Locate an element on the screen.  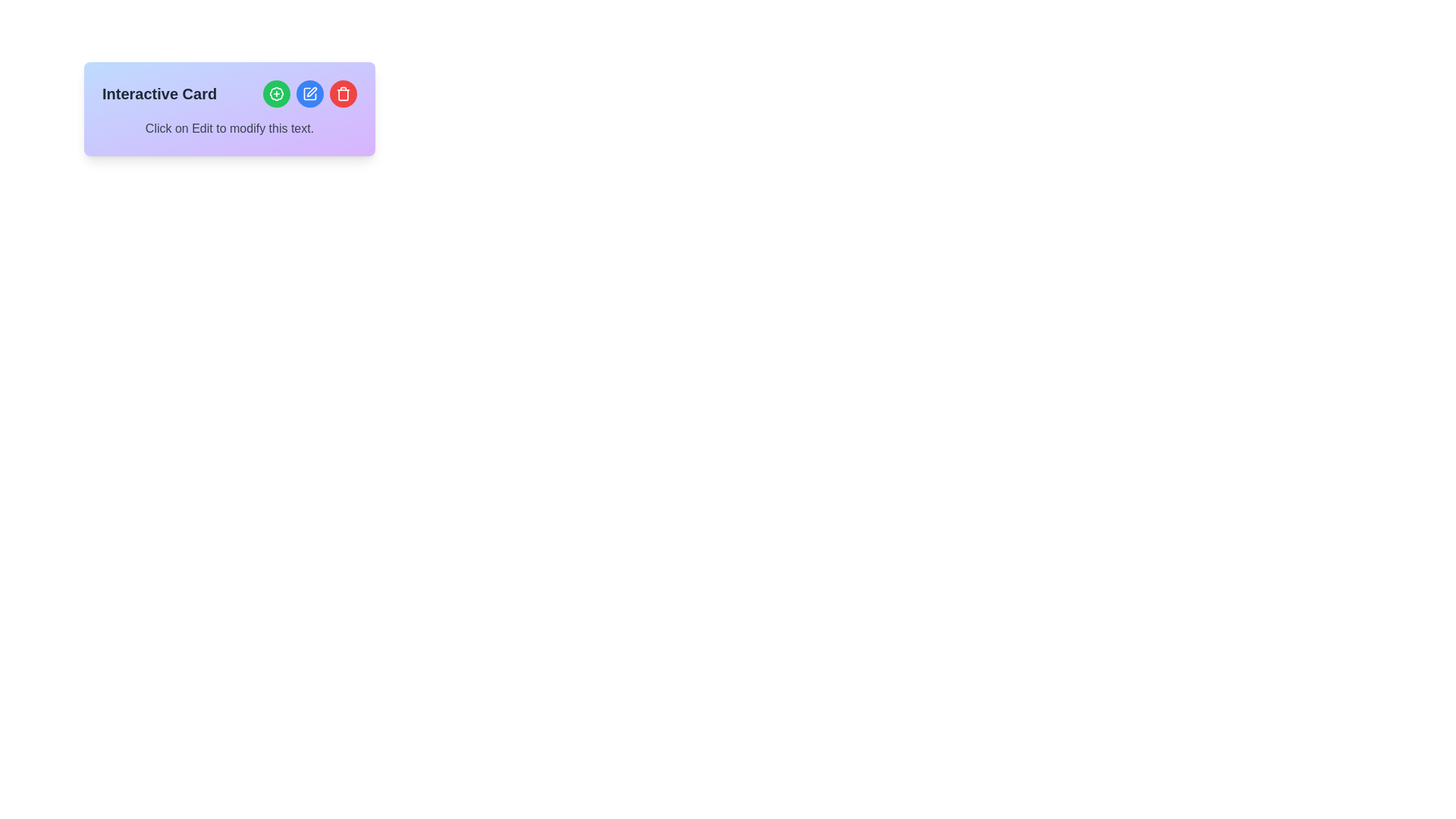
the 'Add' button located in the 'Interactive Card' to change its color is located at coordinates (276, 93).